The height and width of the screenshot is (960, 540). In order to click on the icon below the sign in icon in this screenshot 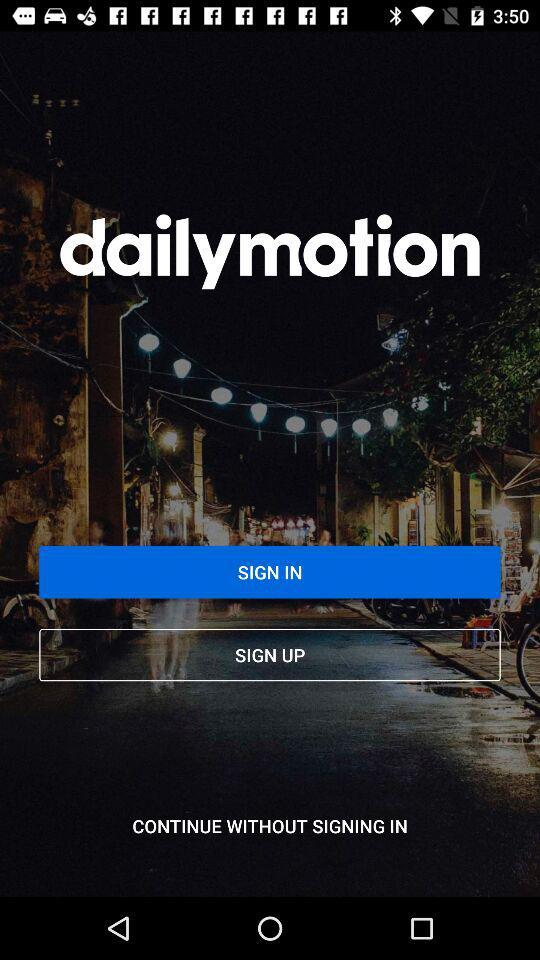, I will do `click(270, 654)`.